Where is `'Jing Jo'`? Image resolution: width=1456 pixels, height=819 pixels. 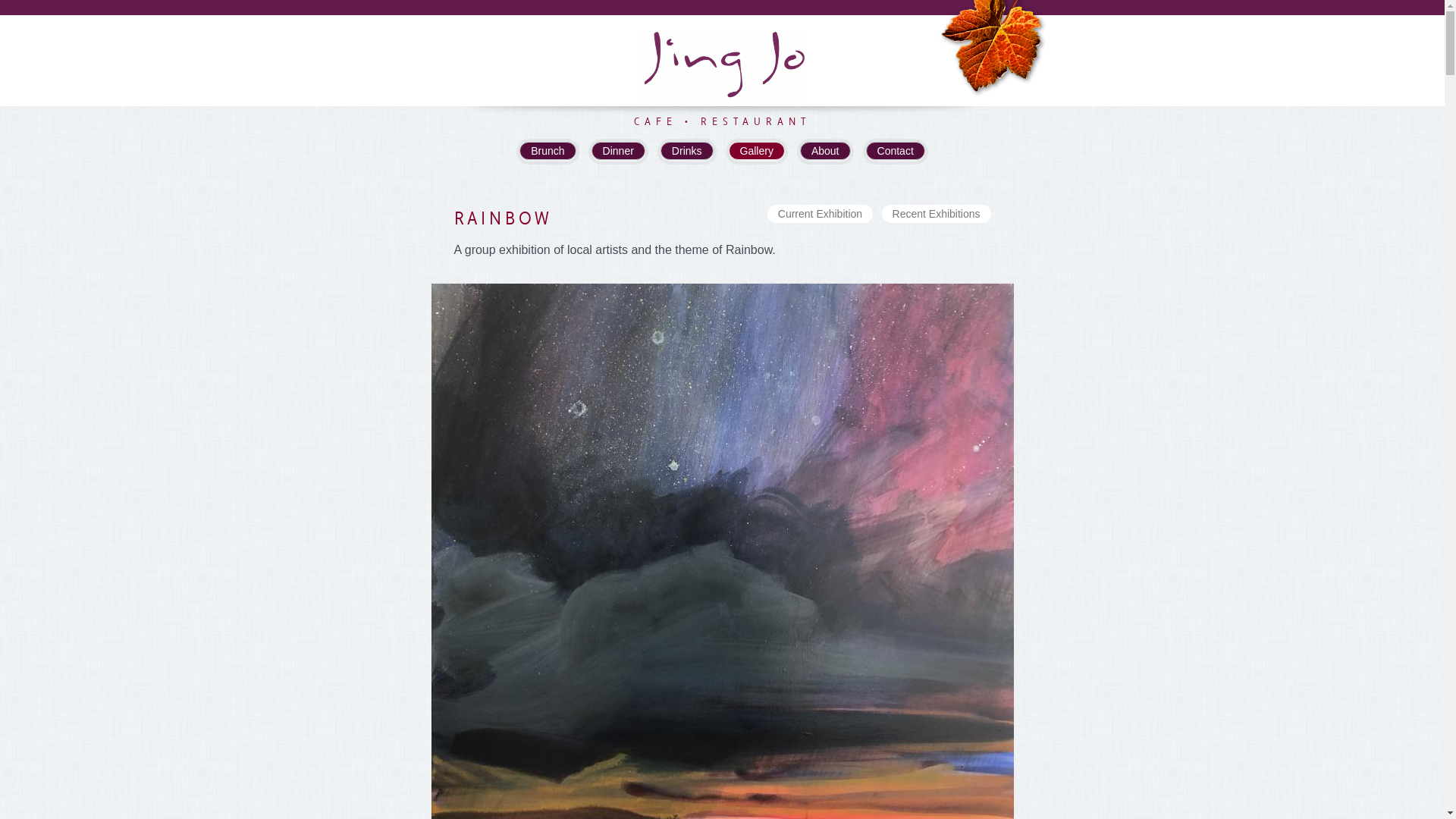 'Jing Jo' is located at coordinates (638, 49).